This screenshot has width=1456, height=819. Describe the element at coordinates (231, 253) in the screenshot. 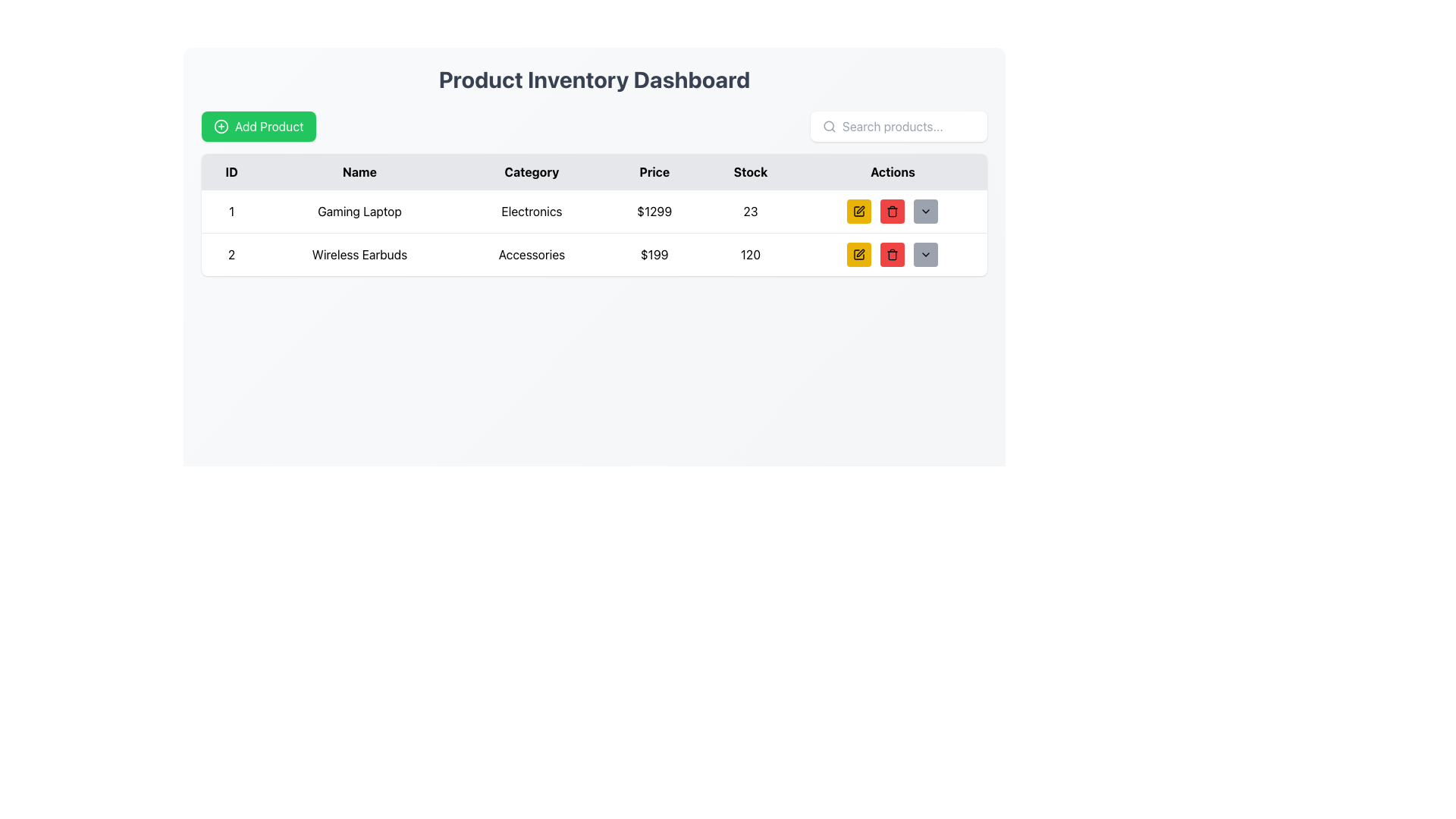

I see `the numeral '2' in the leftmost cell of the row labeled 'Wireless Earbuds'` at that location.